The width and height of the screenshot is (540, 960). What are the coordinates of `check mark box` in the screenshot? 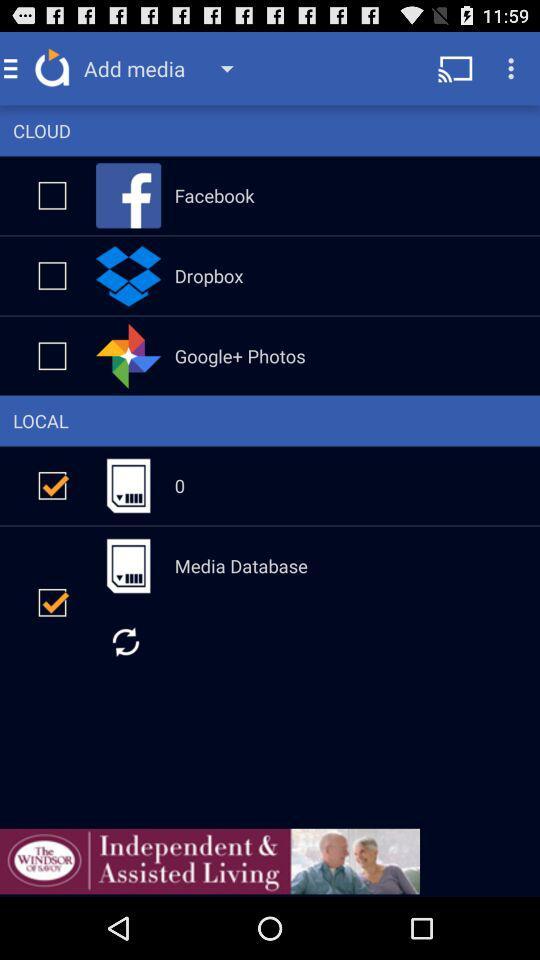 It's located at (52, 195).